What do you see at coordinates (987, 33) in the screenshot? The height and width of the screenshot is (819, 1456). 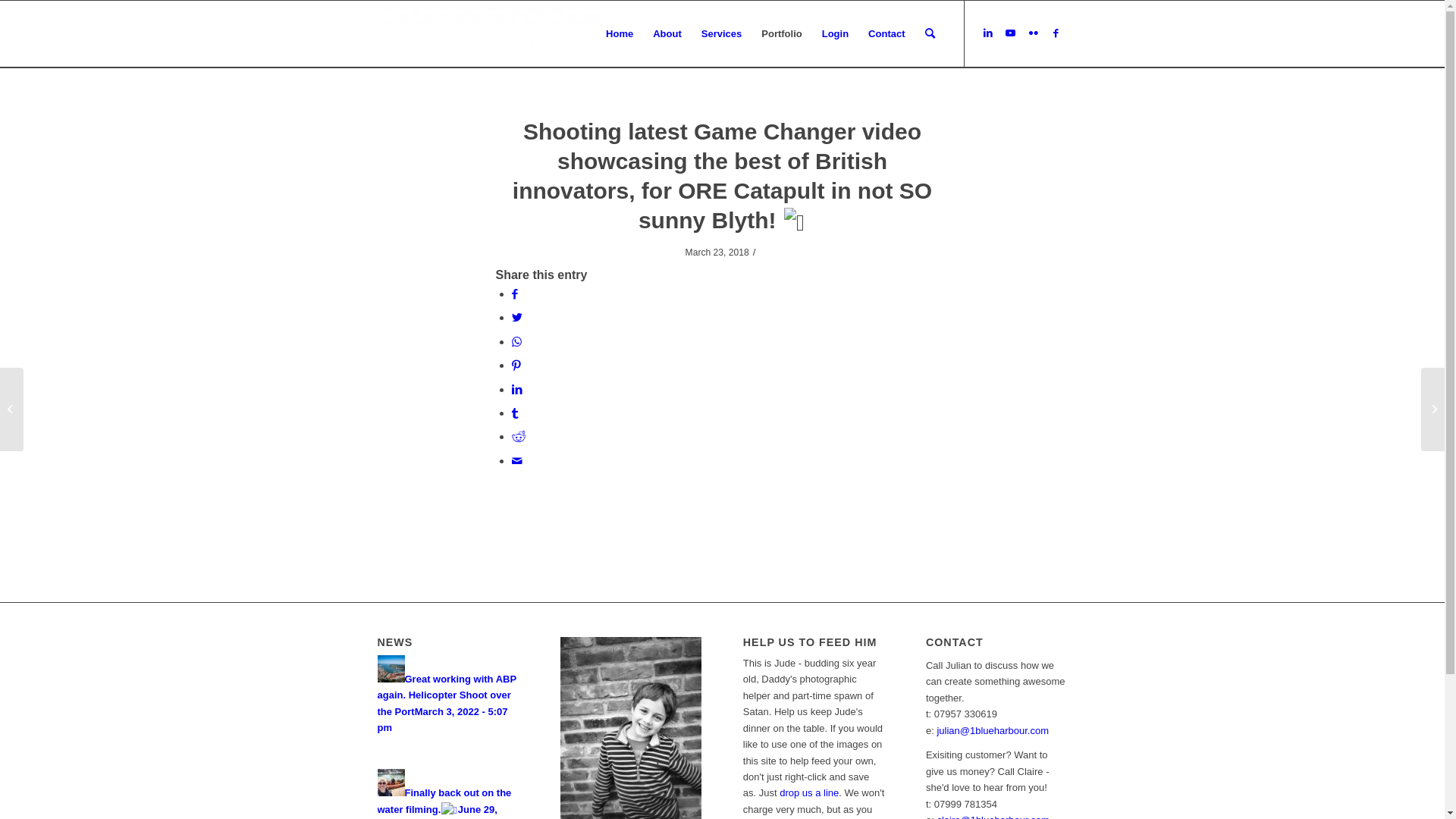 I see `'LinkedIn'` at bounding box center [987, 33].